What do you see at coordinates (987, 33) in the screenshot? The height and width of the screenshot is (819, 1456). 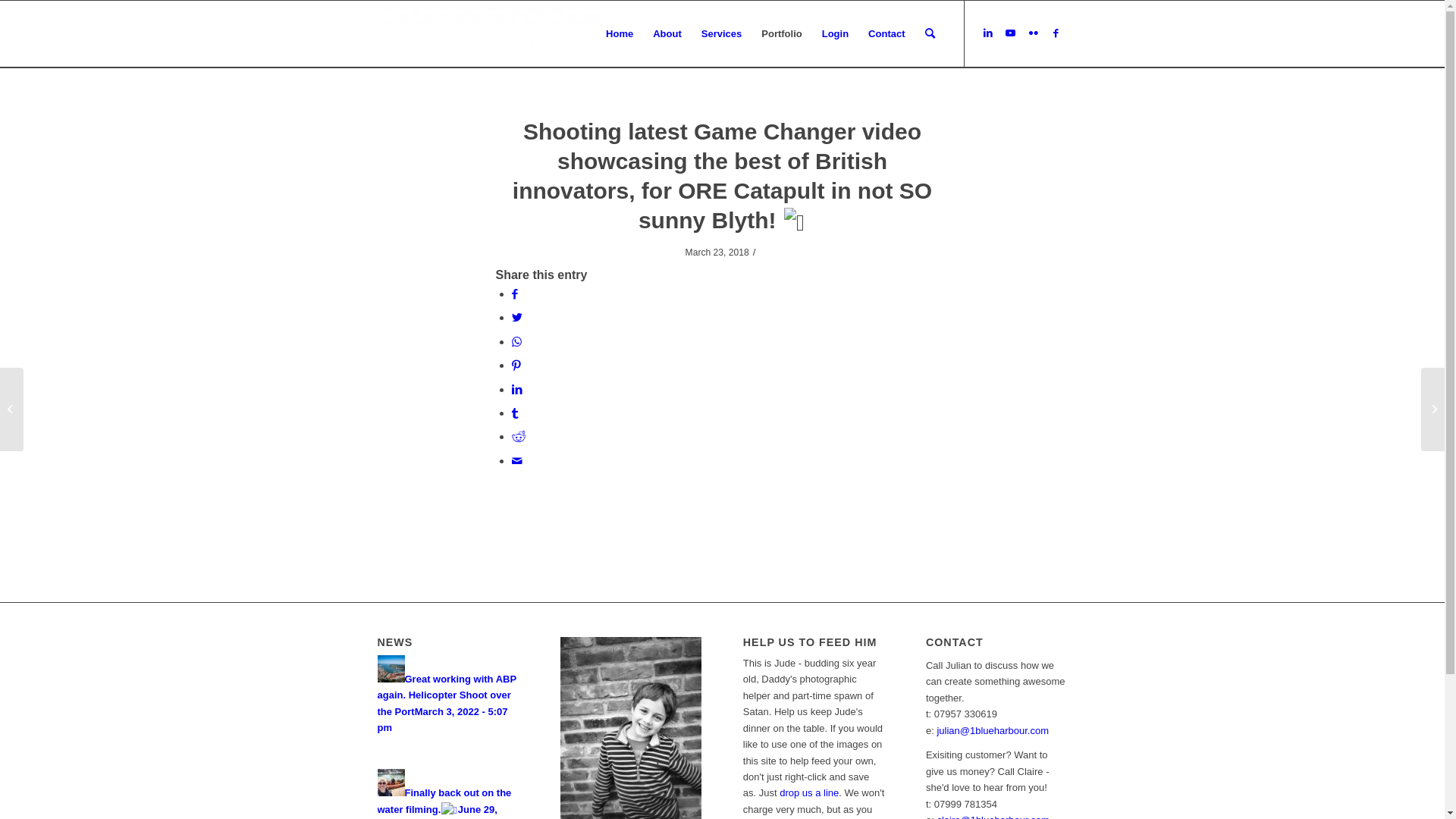 I see `'LinkedIn'` at bounding box center [987, 33].